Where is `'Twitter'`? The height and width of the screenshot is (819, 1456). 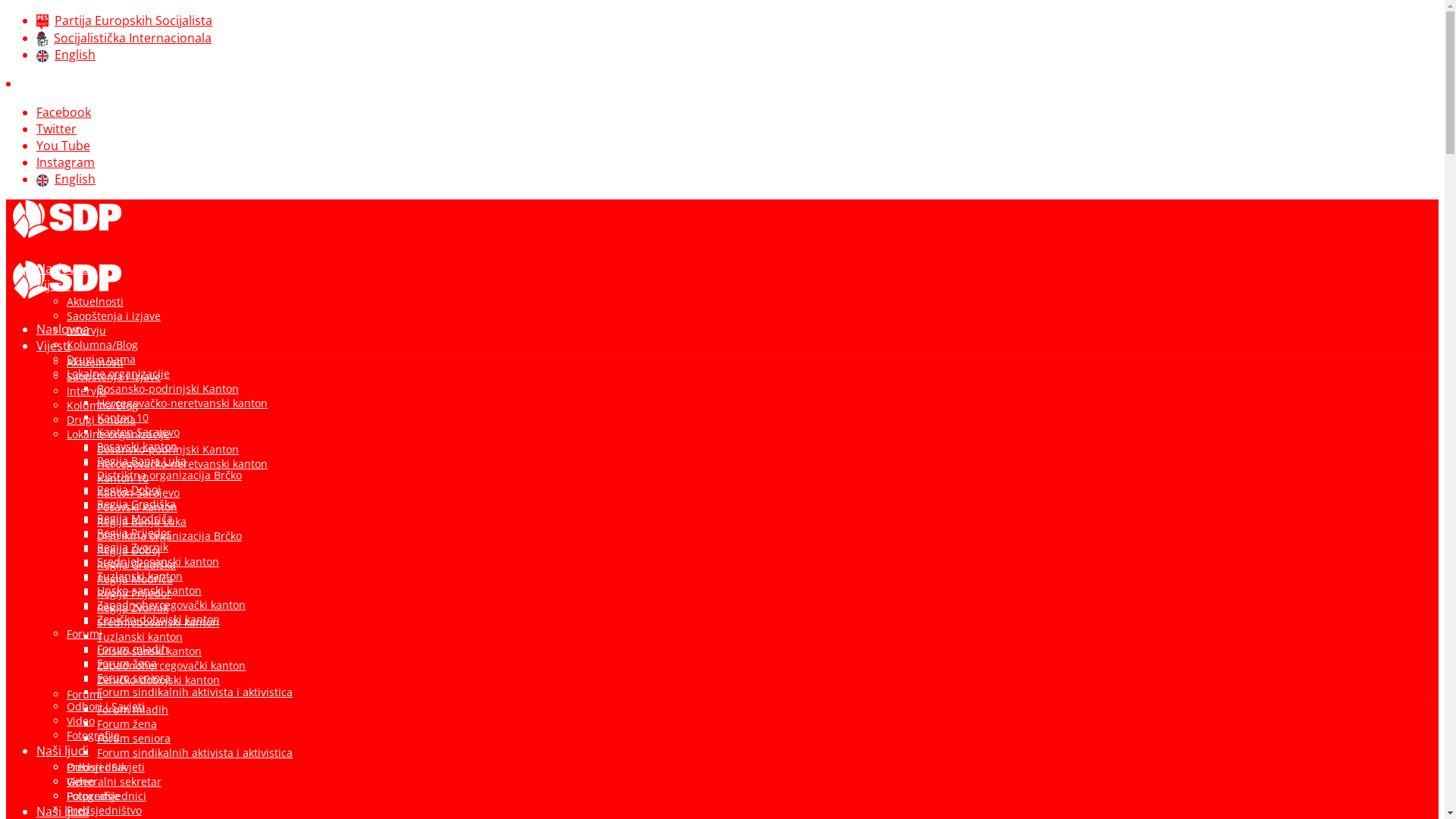
'Twitter' is located at coordinates (56, 127).